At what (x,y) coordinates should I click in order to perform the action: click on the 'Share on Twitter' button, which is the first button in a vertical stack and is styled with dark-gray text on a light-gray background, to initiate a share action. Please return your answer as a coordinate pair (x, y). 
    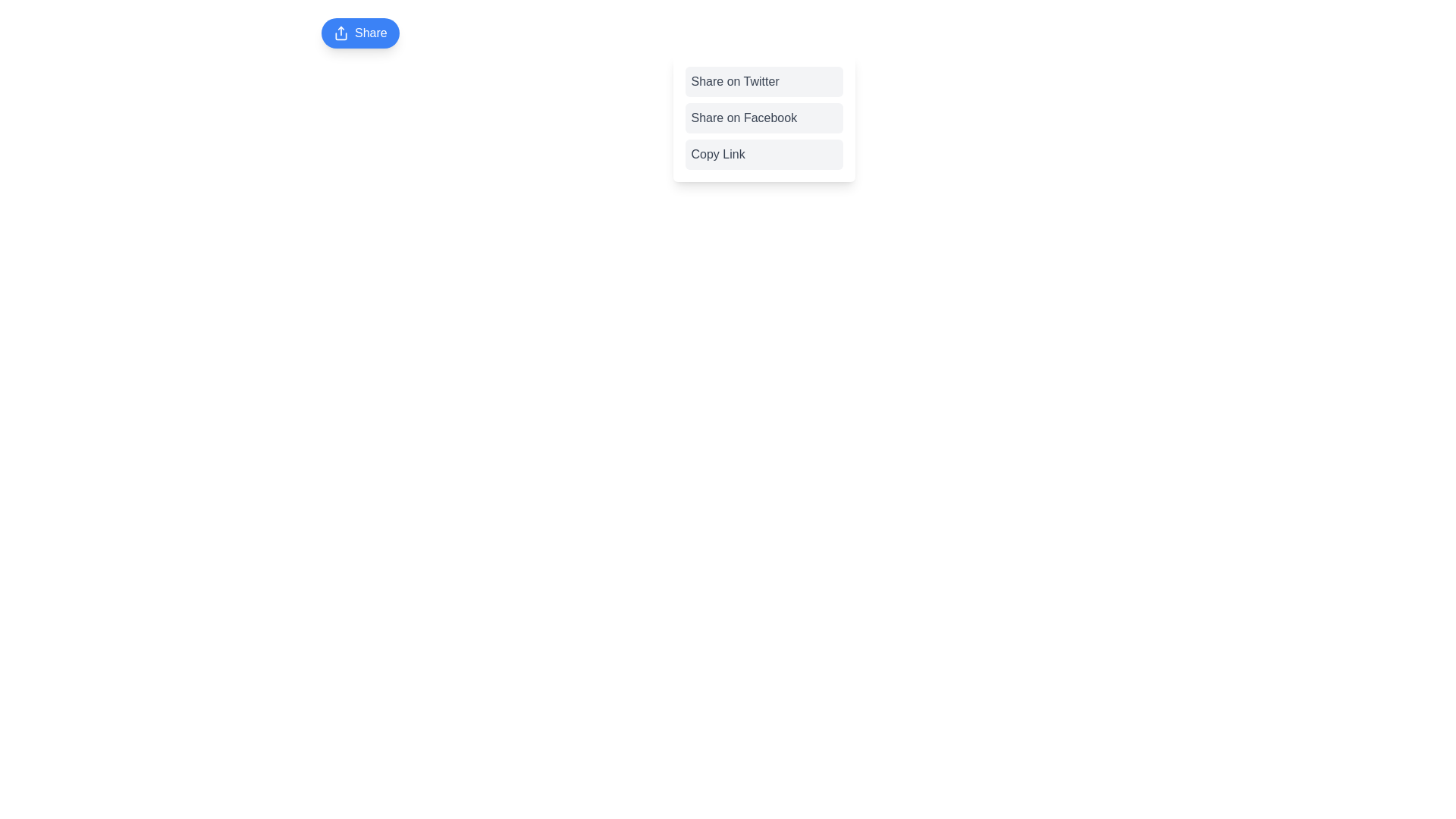
    Looking at the image, I should click on (764, 82).